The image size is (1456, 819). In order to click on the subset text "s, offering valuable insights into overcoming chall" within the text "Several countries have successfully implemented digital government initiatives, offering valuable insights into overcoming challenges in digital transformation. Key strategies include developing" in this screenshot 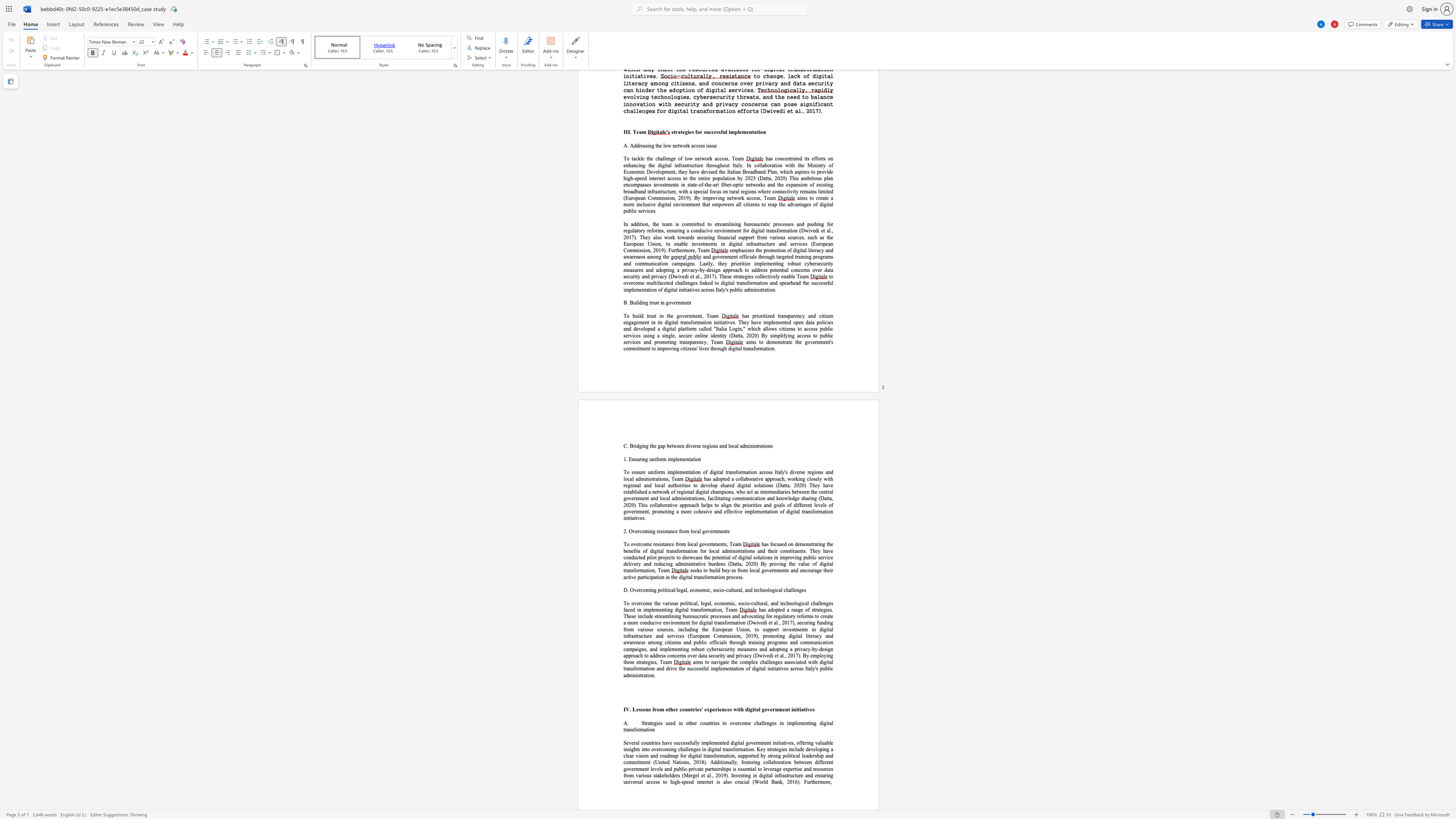, I will do `click(791, 742)`.